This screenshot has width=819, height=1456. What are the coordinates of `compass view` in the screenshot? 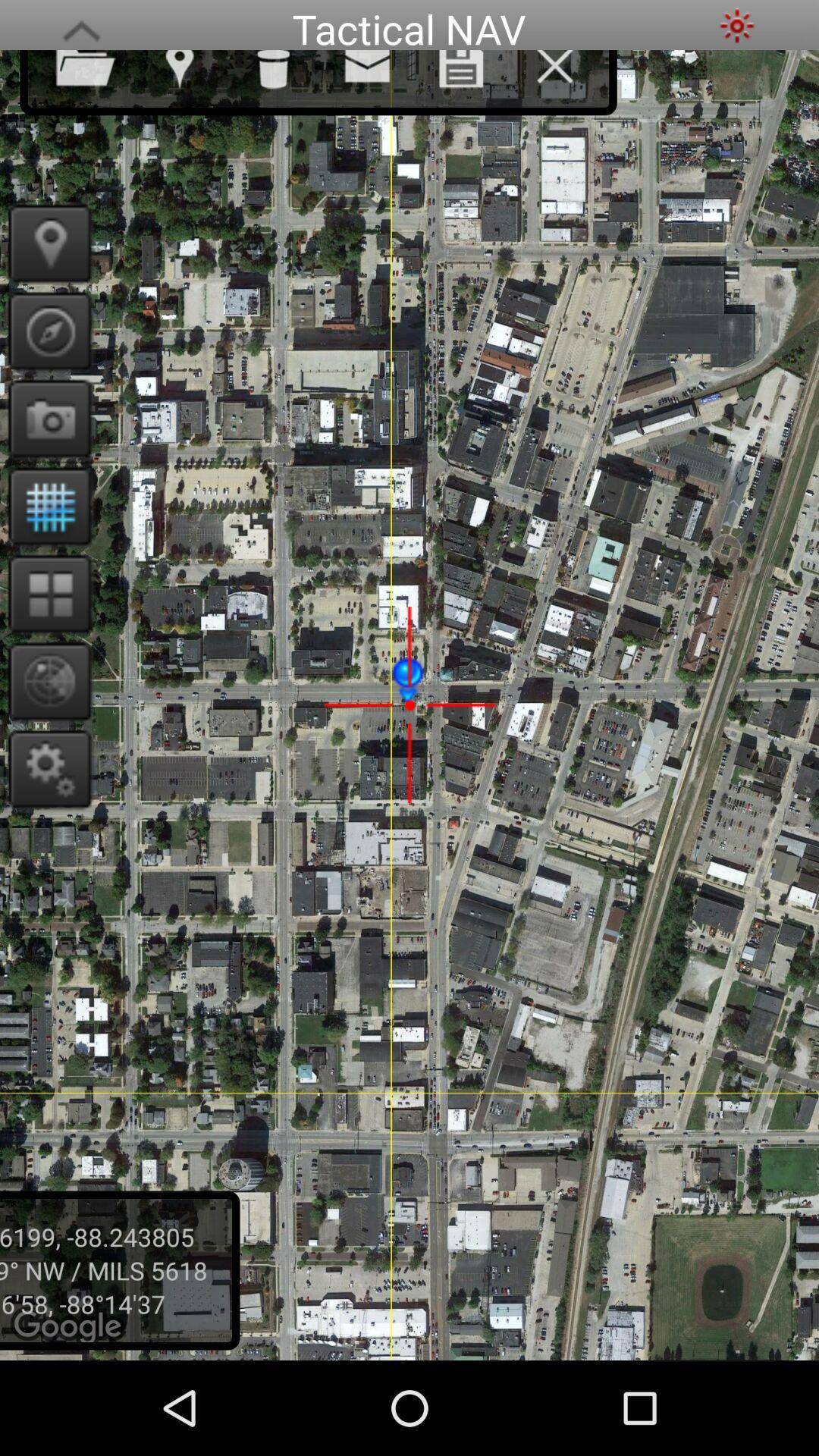 It's located at (44, 680).